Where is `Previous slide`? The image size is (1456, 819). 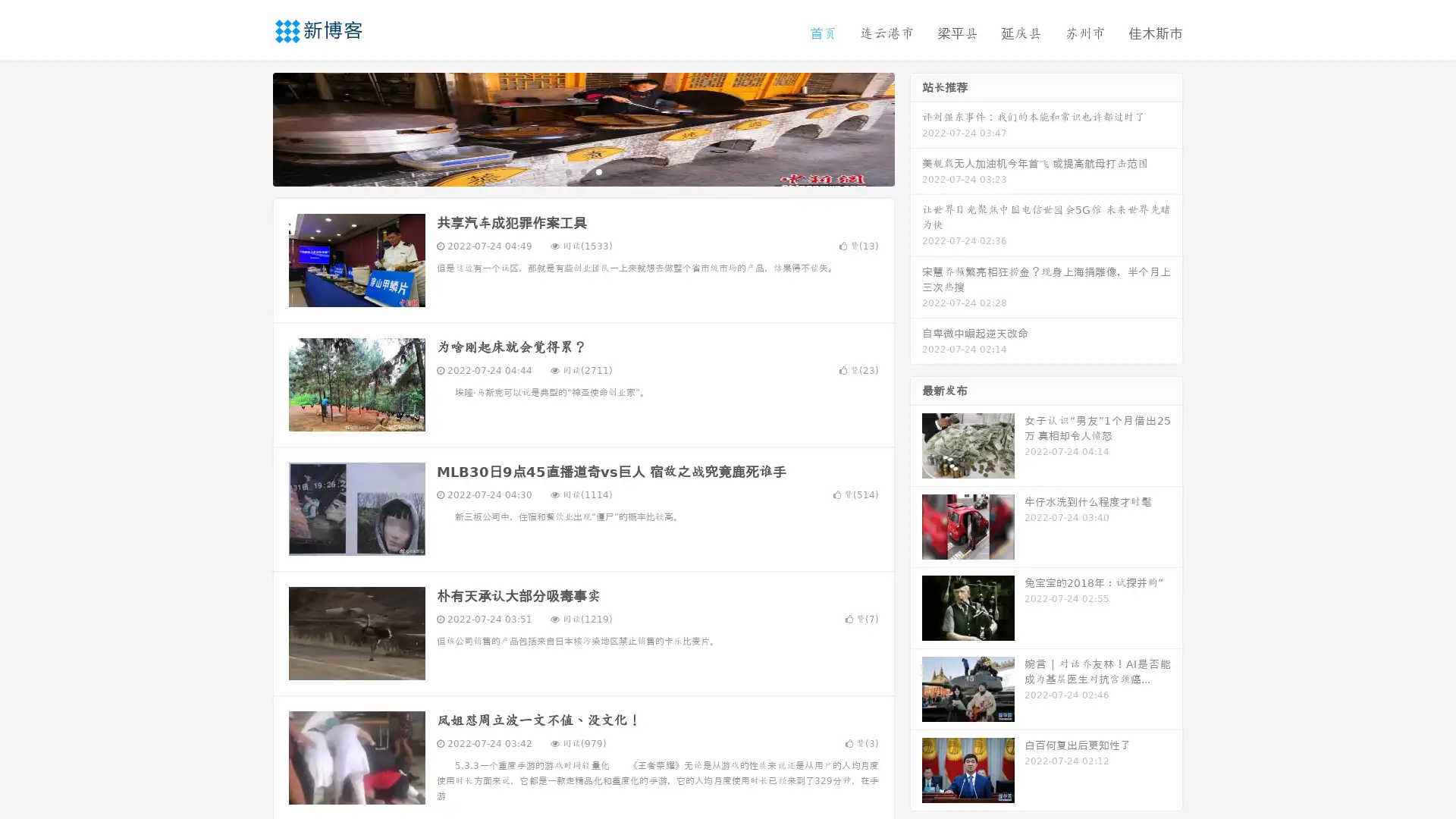 Previous slide is located at coordinates (250, 127).